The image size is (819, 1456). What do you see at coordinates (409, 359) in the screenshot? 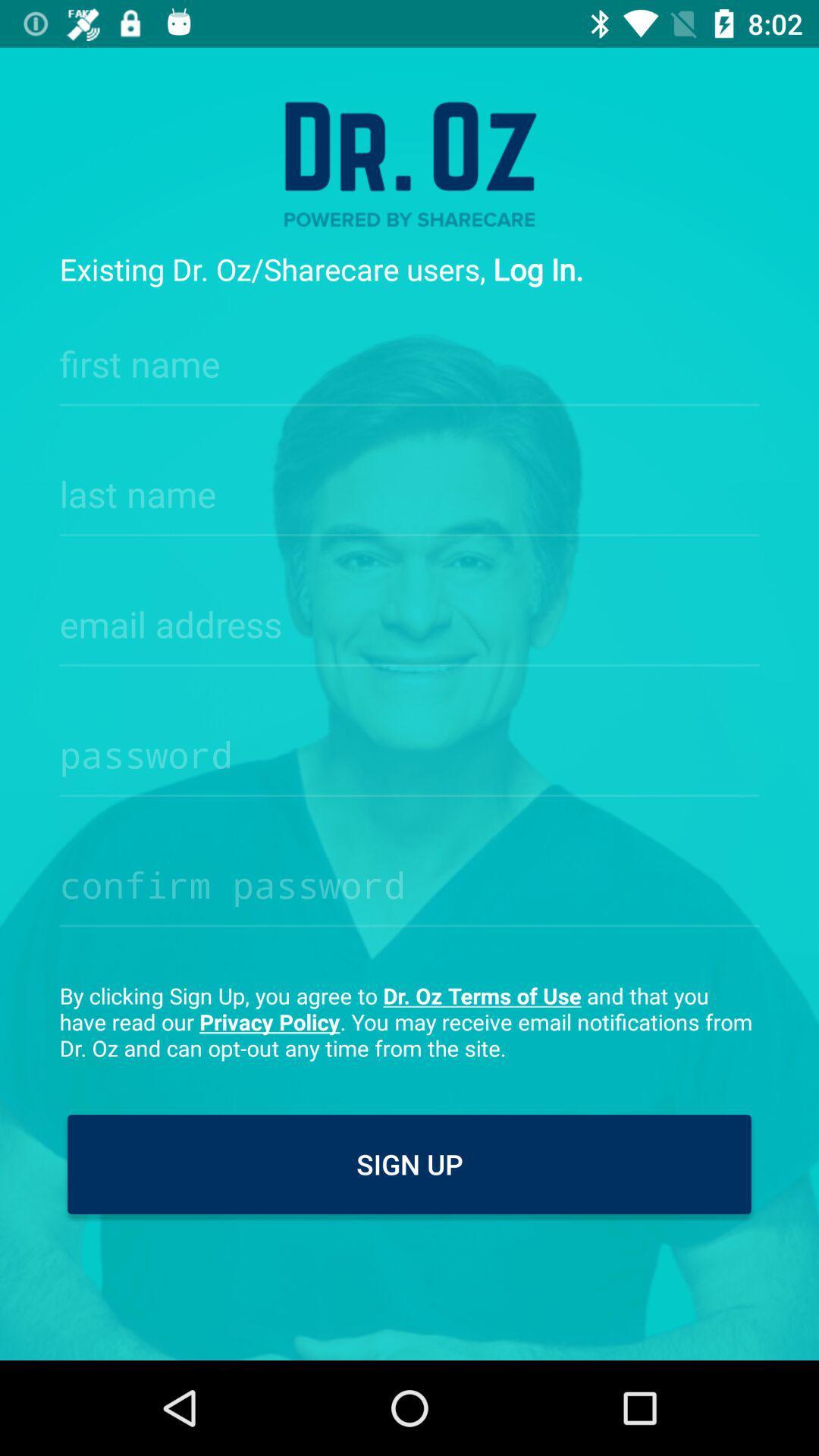
I see `write the first name` at bounding box center [409, 359].